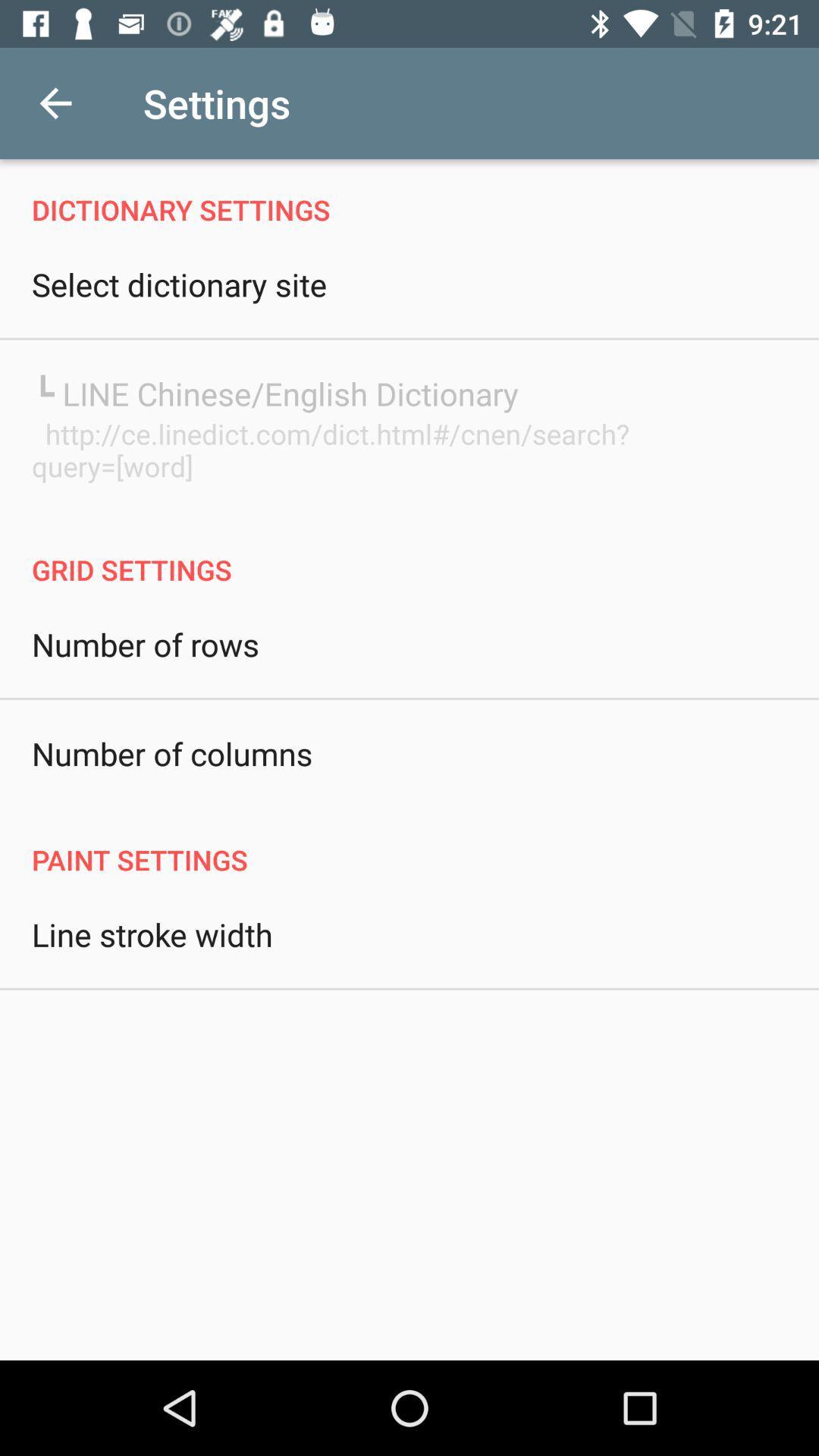  What do you see at coordinates (409, 843) in the screenshot?
I see `the paint settings icon` at bounding box center [409, 843].